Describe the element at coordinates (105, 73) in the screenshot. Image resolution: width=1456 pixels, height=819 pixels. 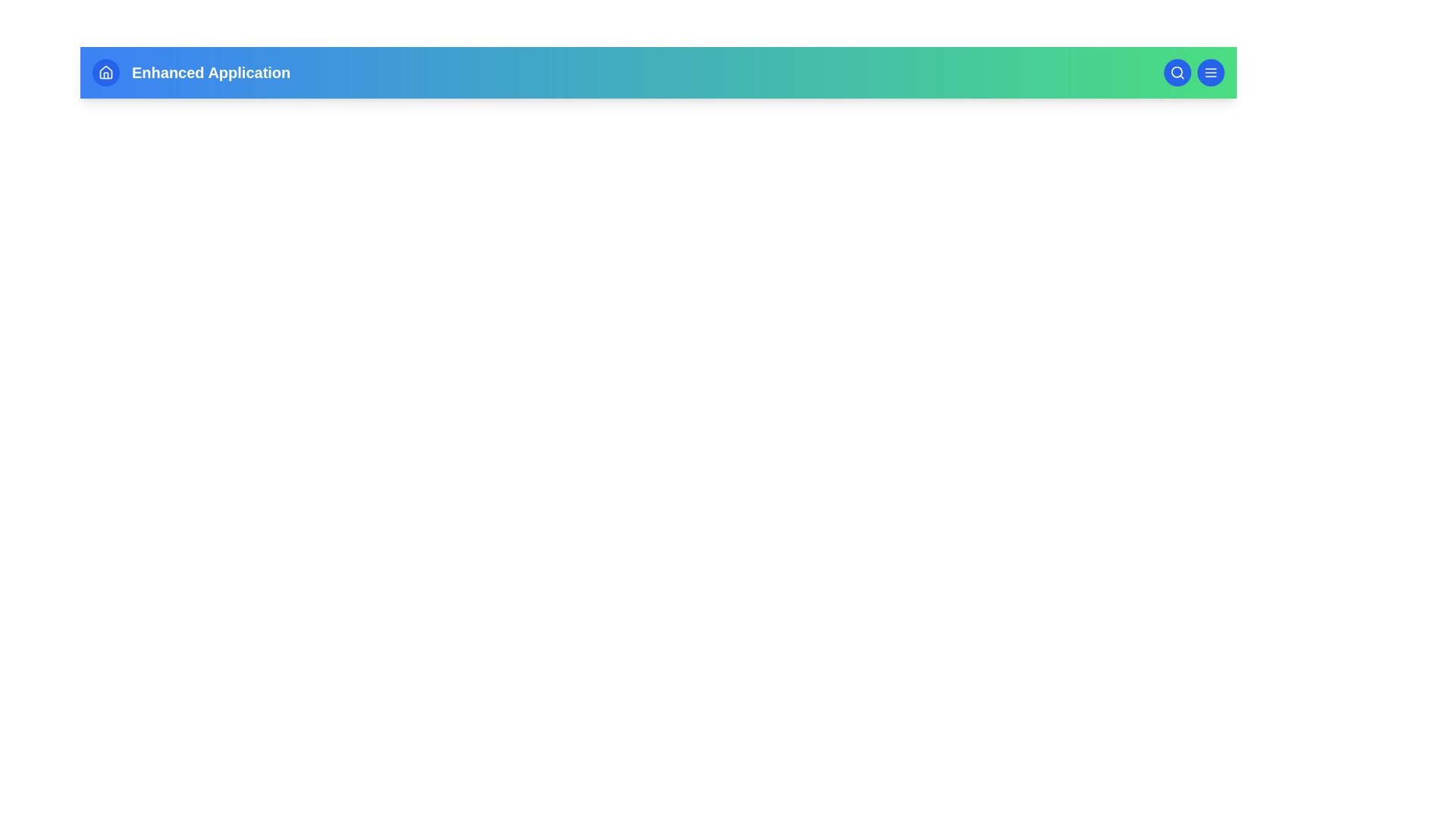
I see `the home navigation icon within the circular blue button on the far left of the header bar` at that location.